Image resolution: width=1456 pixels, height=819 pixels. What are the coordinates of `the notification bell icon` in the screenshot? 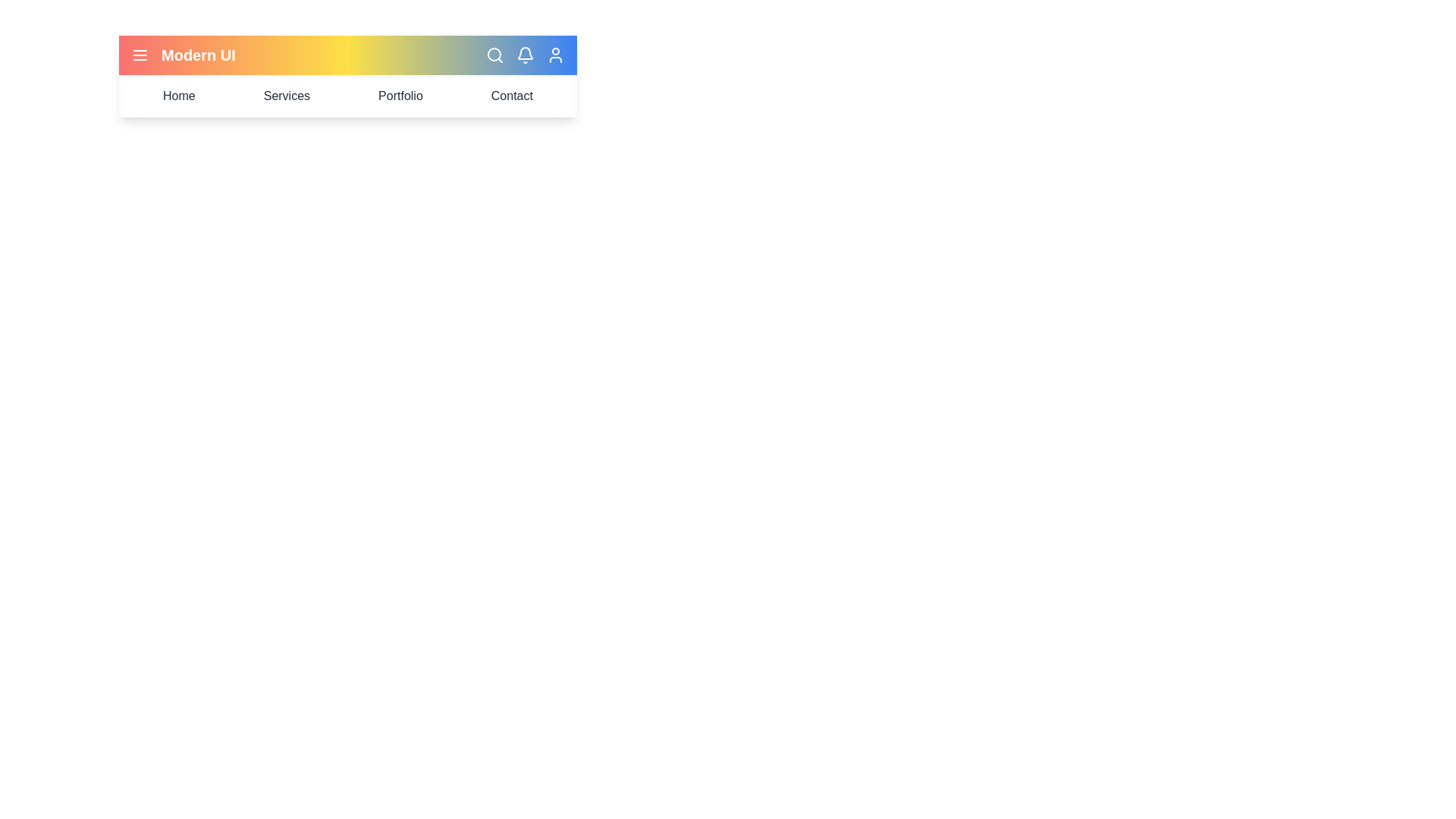 It's located at (525, 55).